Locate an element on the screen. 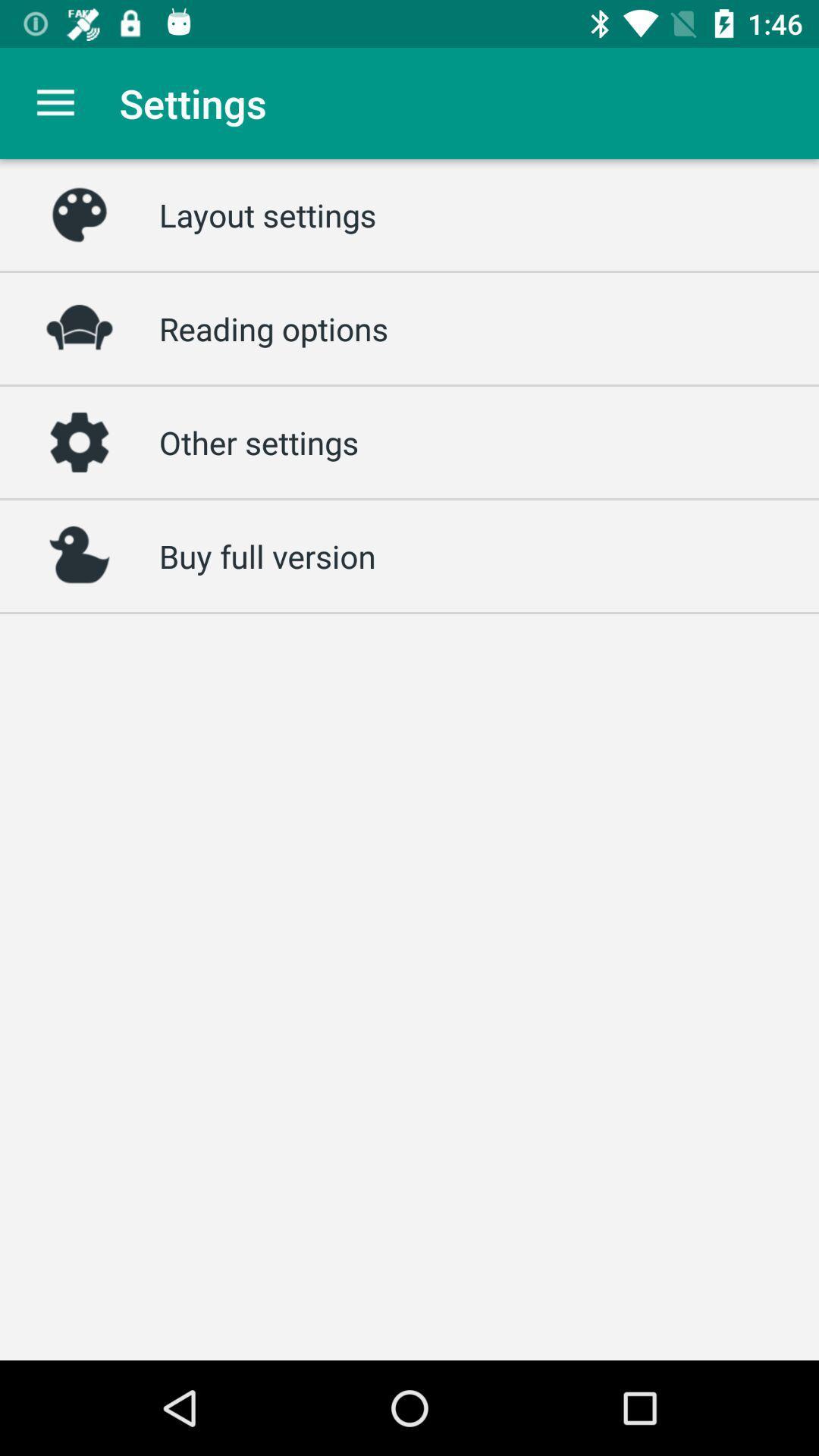 The height and width of the screenshot is (1456, 819). the icon above the reading options is located at coordinates (267, 214).